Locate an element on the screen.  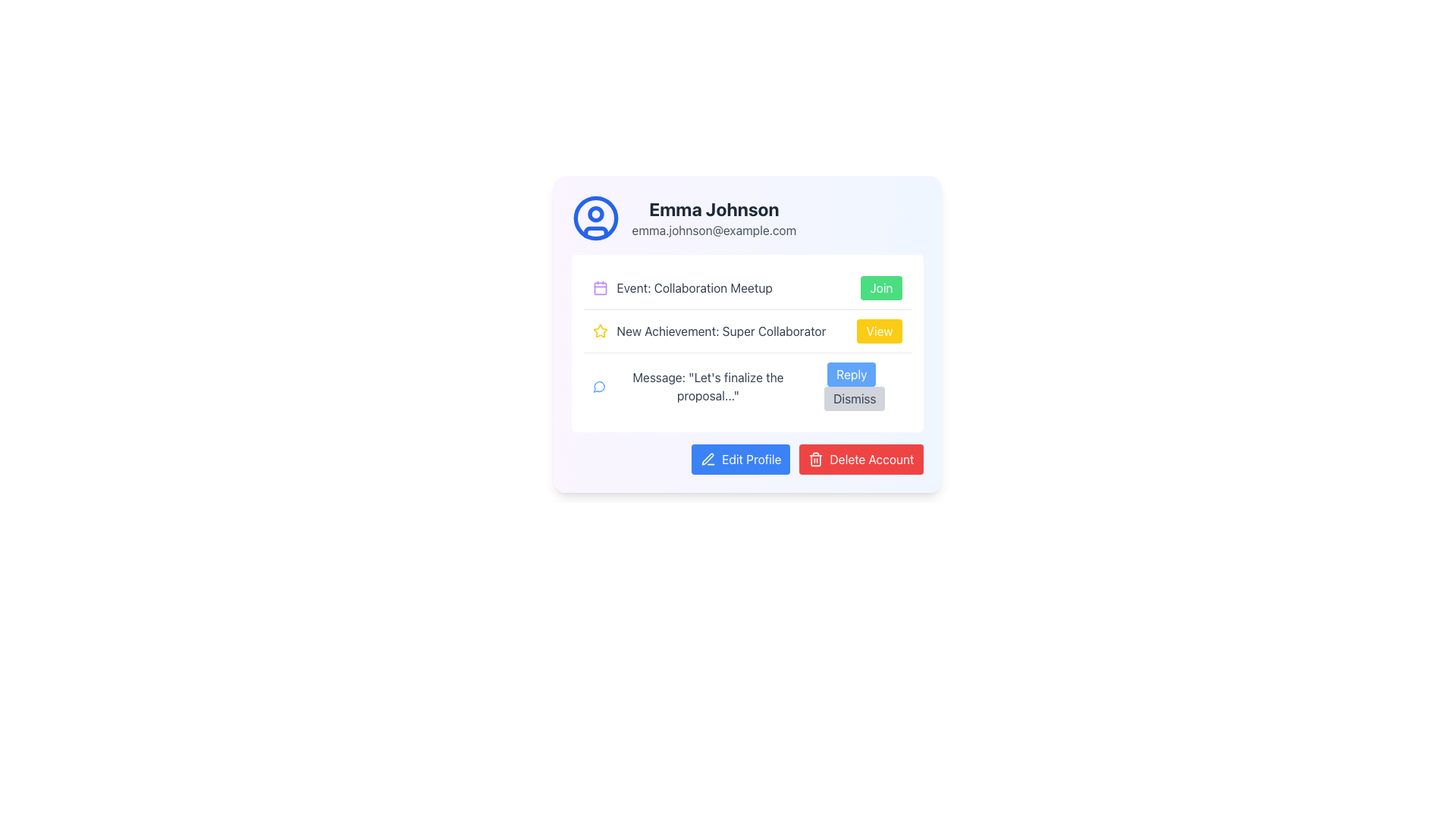
the smaller circle of the user profile icon, which is located near the upper part of the larger circle representing the user icon, positioned to the left of the text 'Emma Johnson' is located at coordinates (595, 214).